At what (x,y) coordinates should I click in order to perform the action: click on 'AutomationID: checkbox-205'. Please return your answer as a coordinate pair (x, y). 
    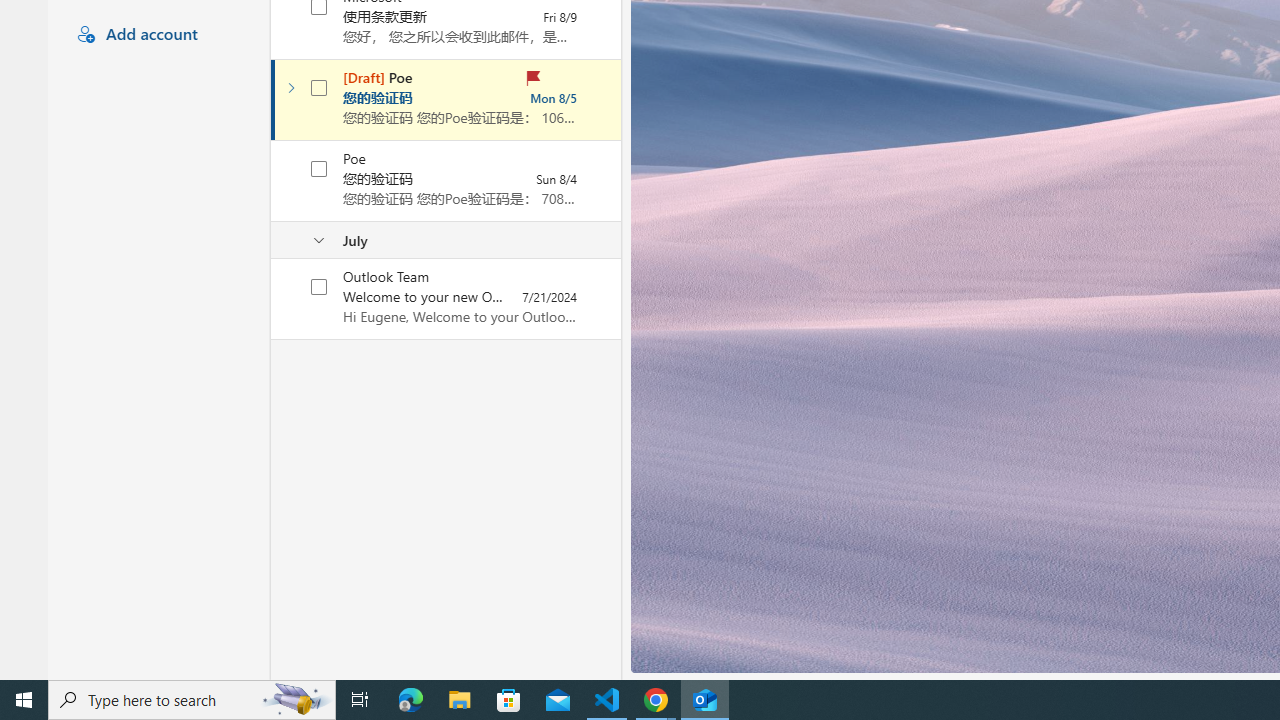
    Looking at the image, I should click on (320, 86).